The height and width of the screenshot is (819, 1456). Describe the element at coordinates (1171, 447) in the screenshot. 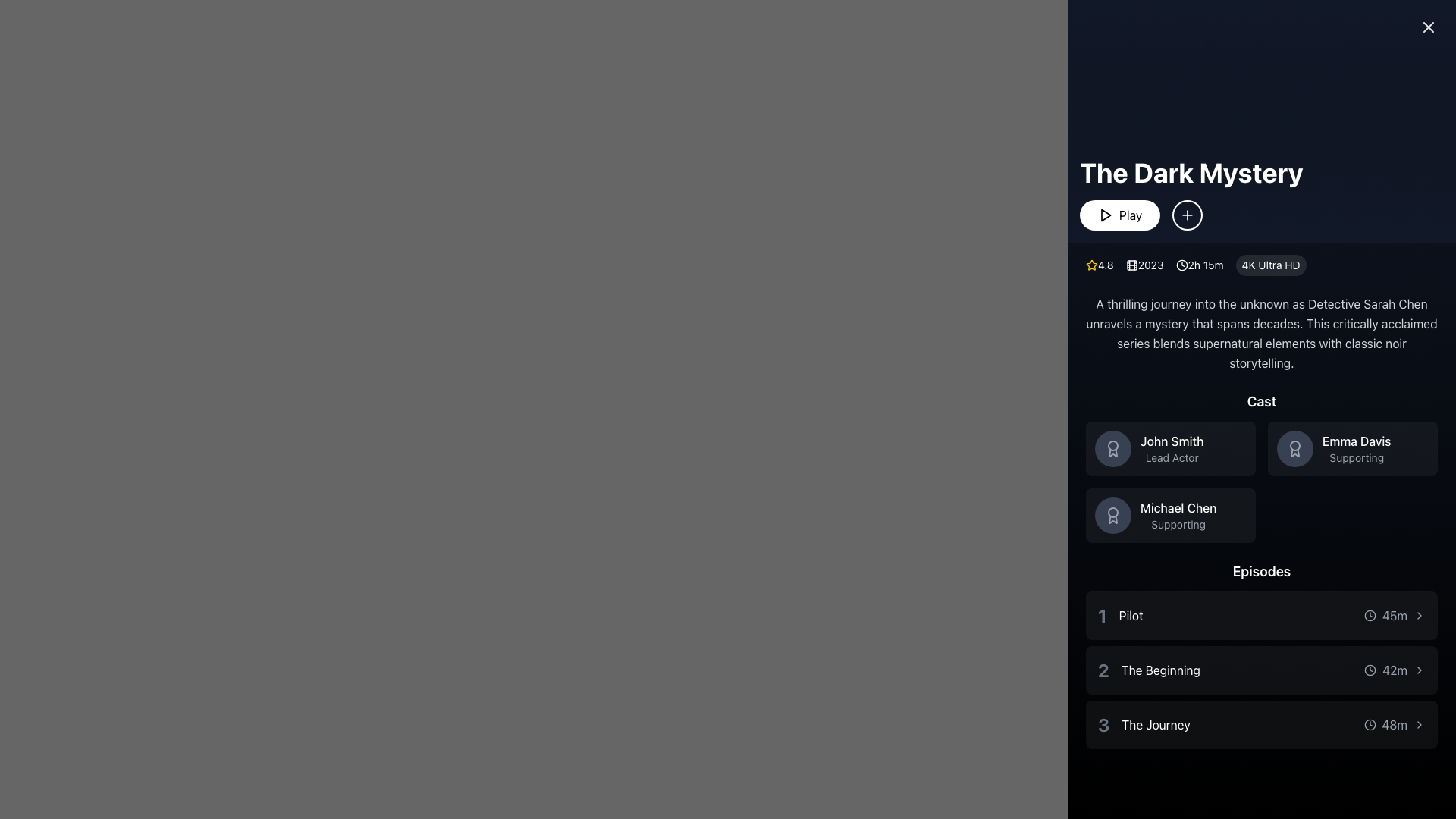

I see `the Text and informational label displaying 'John Smith' and 'Lead Actor' in the 'Cast' section of the interface, located in the first position of the grid layout` at that location.